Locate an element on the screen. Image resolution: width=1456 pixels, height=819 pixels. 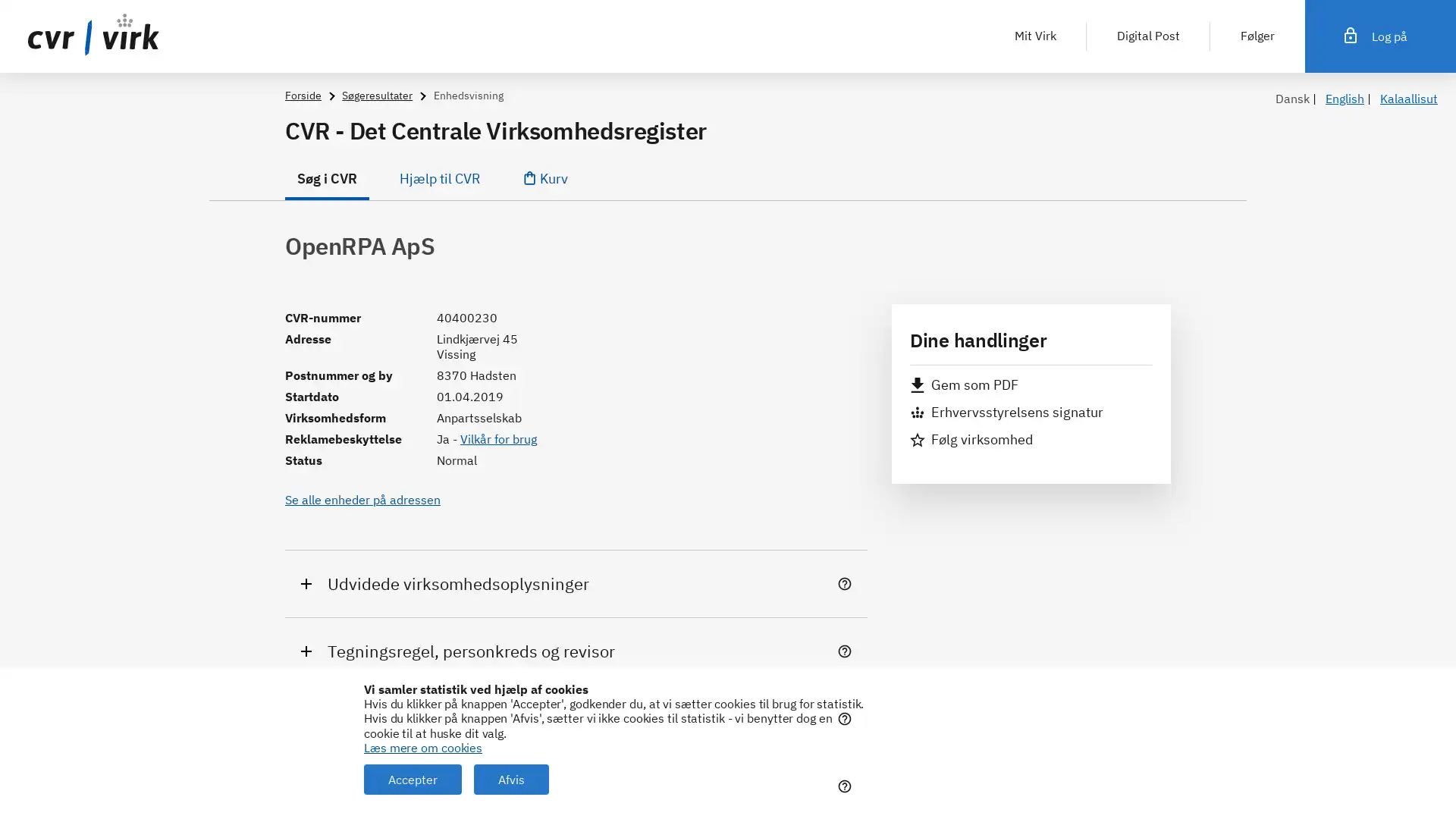
Kalaallisut is located at coordinates (1407, 99).